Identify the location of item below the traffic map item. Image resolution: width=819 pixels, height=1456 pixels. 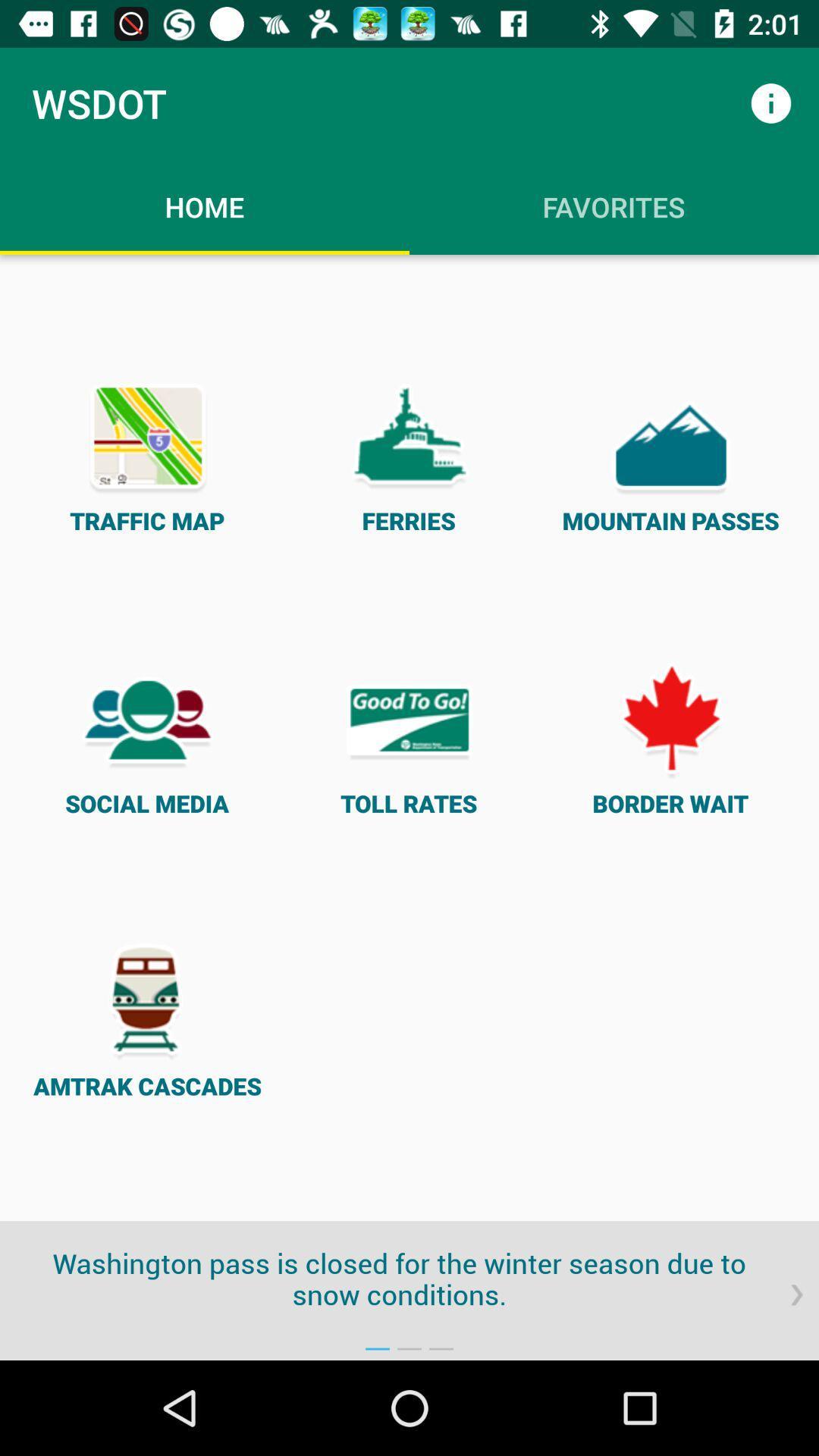
(147, 738).